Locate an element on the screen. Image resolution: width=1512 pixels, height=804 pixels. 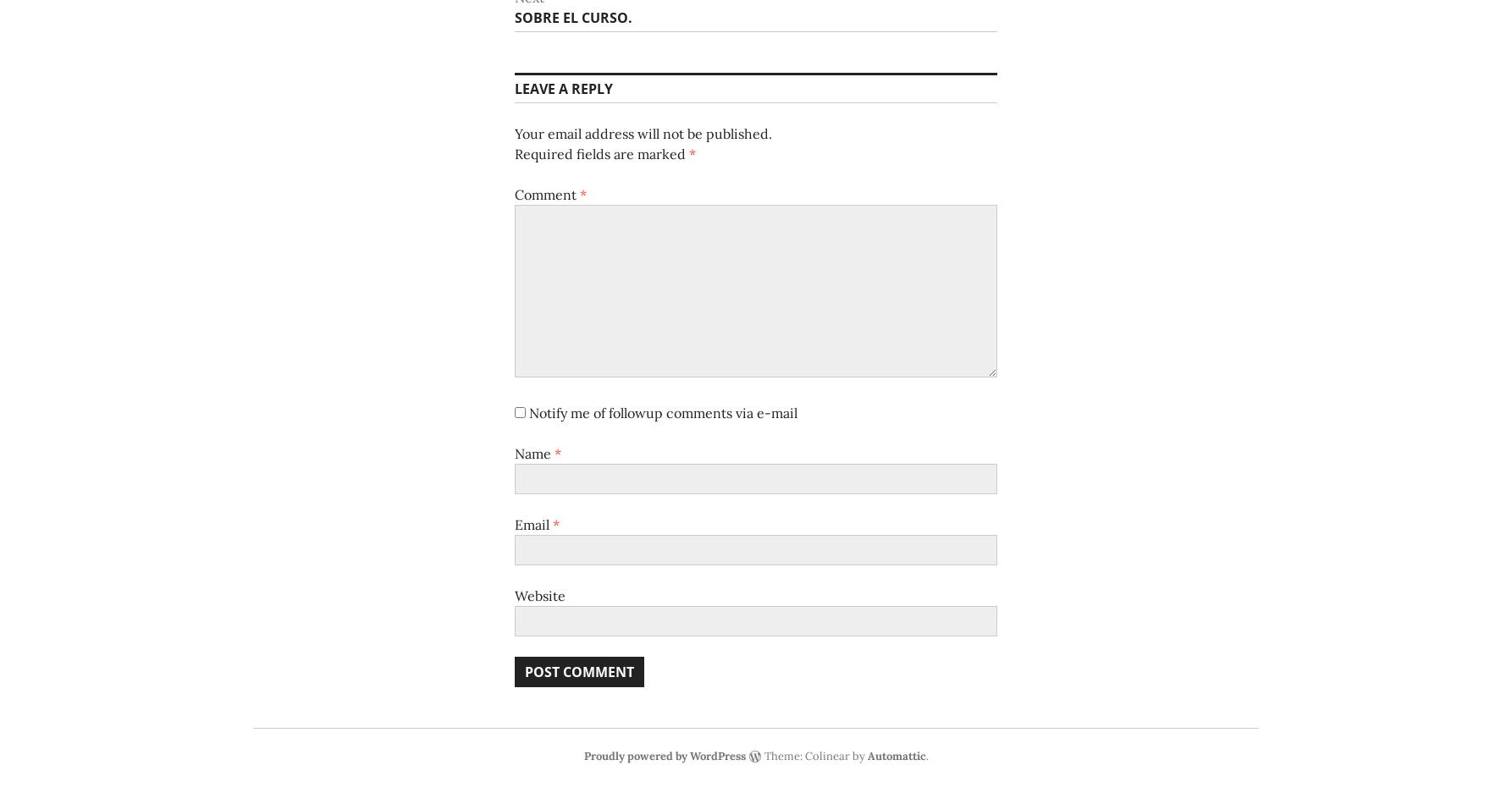
'Proudly powered by WordPress' is located at coordinates (583, 755).